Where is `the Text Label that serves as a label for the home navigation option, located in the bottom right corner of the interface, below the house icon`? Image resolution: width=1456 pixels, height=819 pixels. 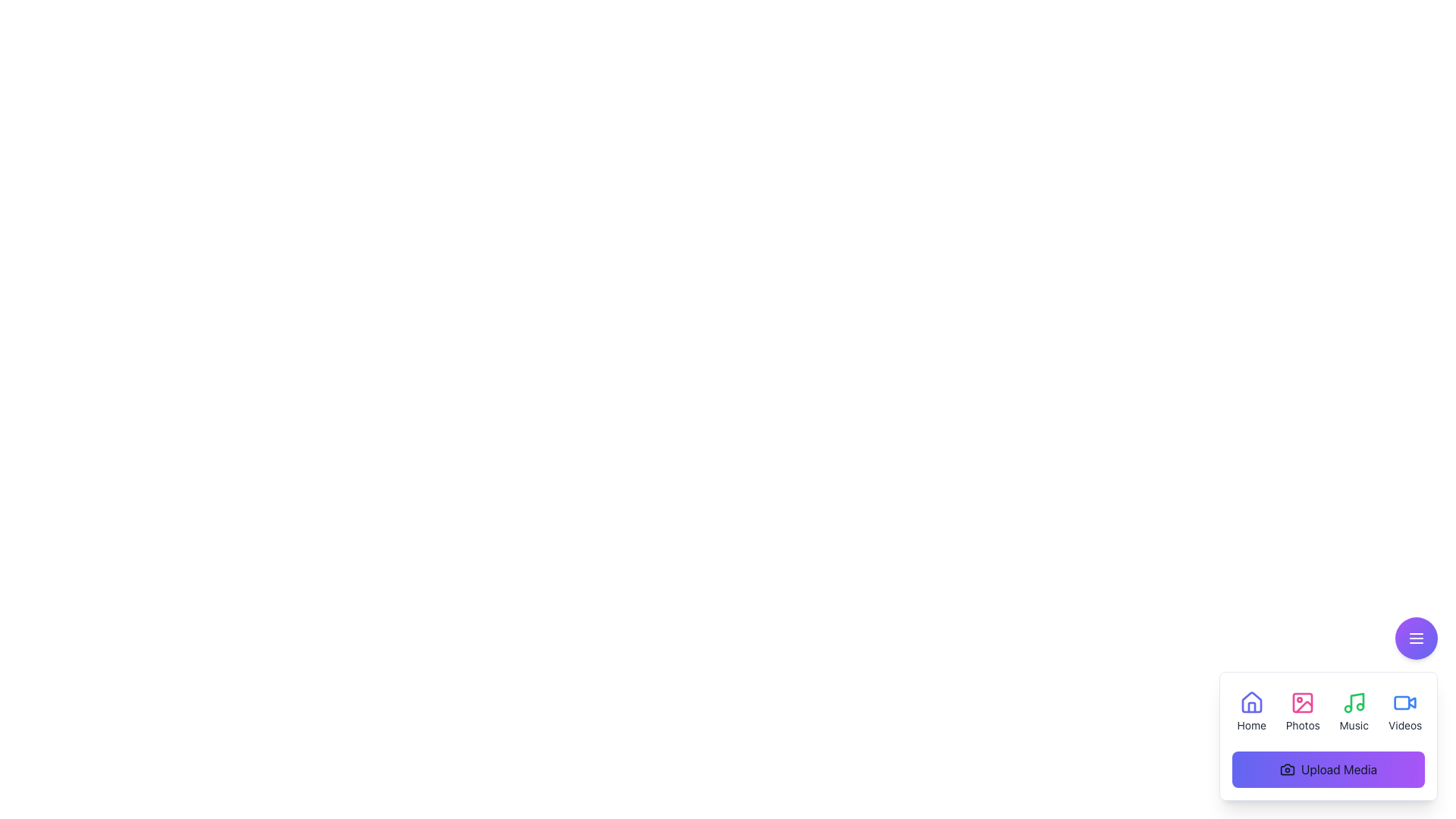 the Text Label that serves as a label for the home navigation option, located in the bottom right corner of the interface, below the house icon is located at coordinates (1251, 724).